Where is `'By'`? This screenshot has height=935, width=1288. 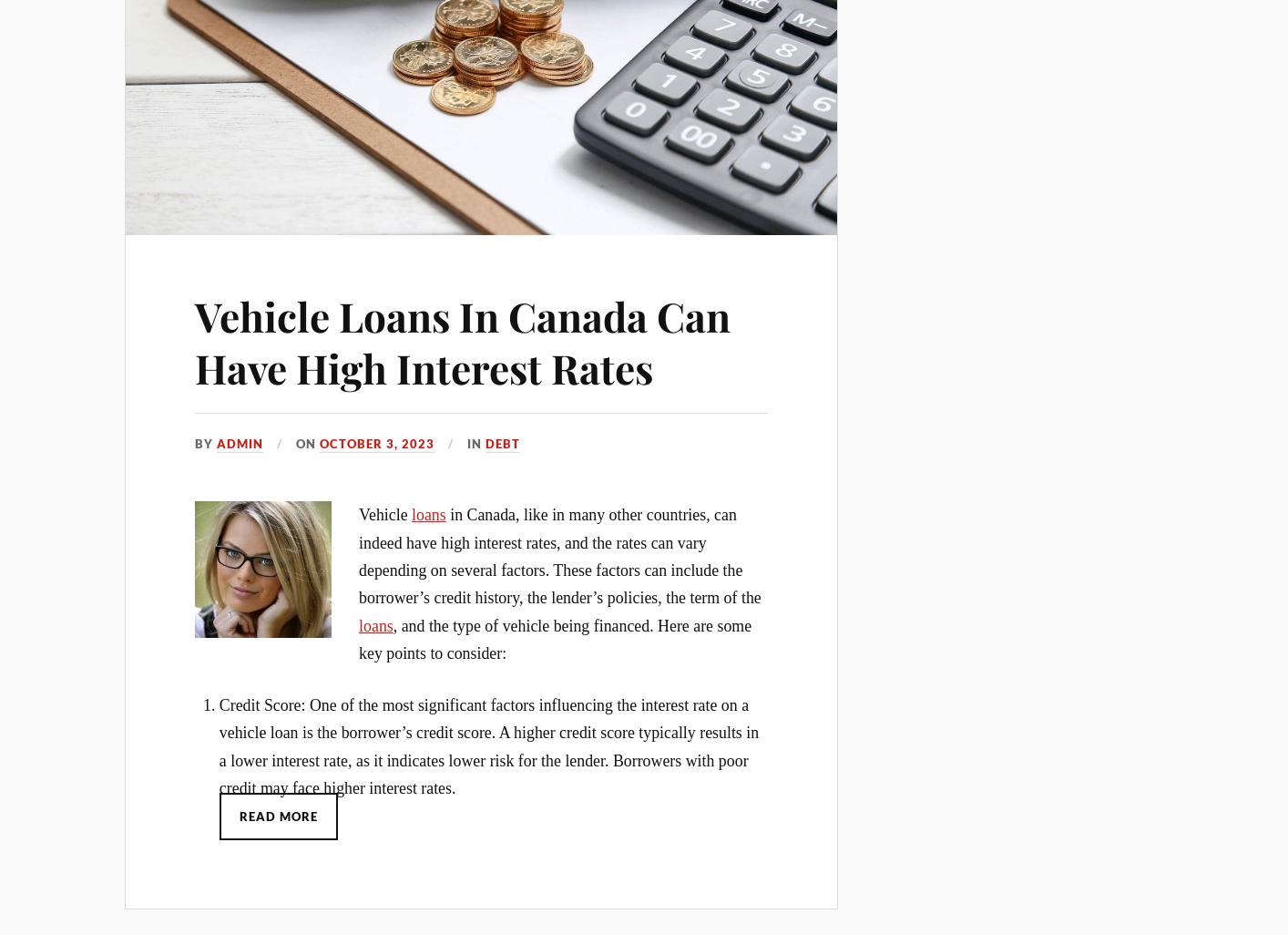
'By' is located at coordinates (204, 442).